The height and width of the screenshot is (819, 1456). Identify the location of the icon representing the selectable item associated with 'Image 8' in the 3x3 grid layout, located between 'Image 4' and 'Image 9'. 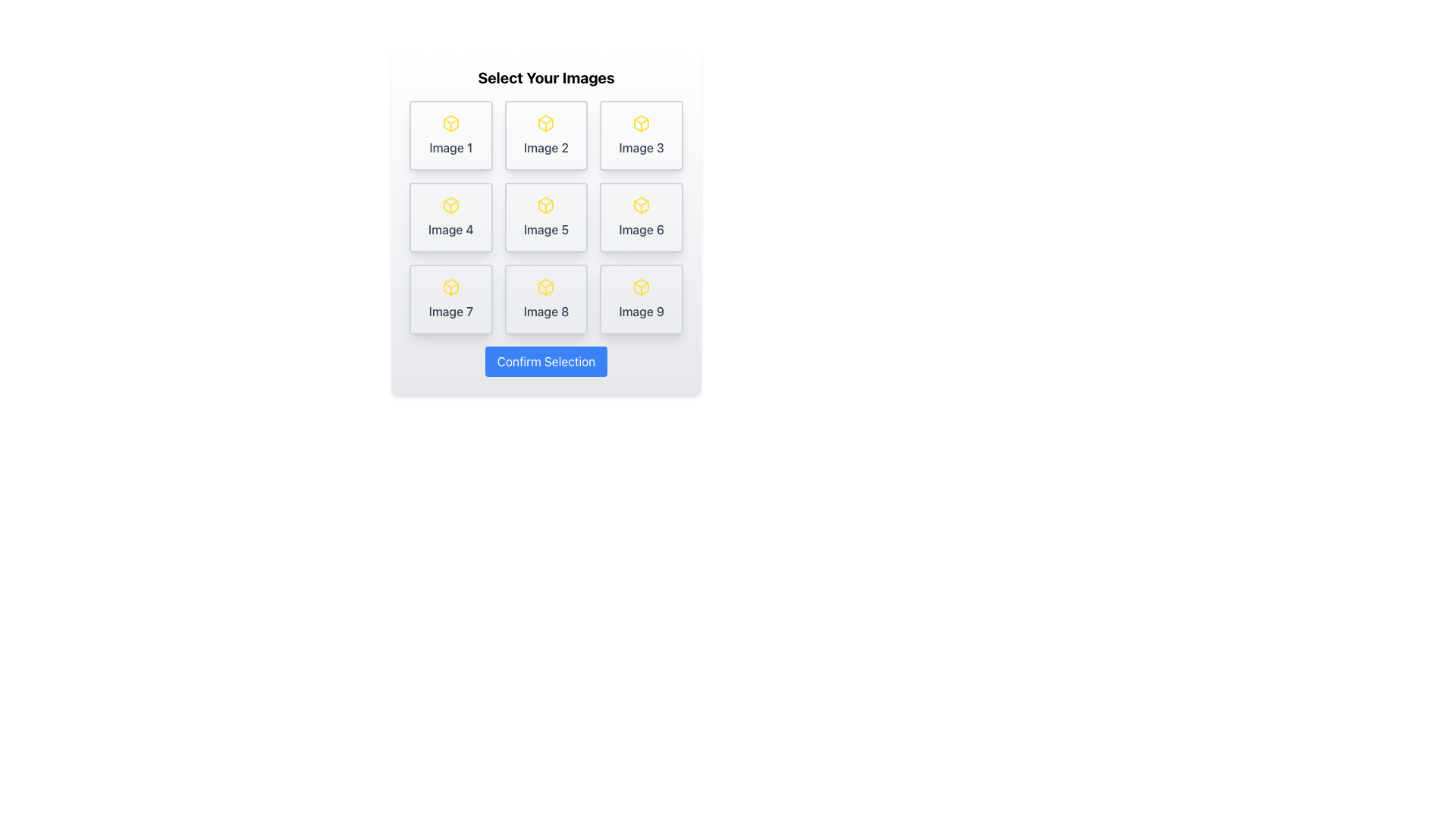
(546, 287).